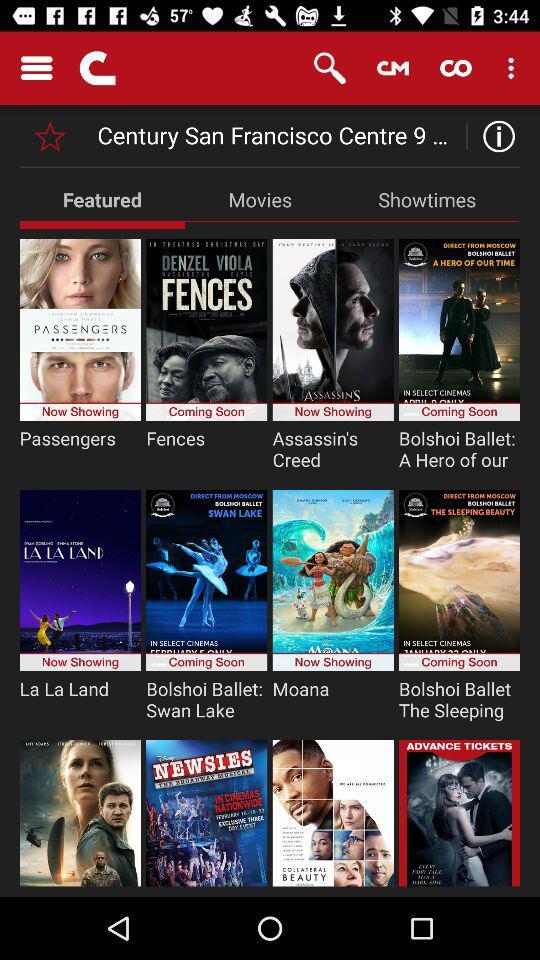 This screenshot has width=540, height=960. I want to click on icon above the century san francisco, so click(393, 68).